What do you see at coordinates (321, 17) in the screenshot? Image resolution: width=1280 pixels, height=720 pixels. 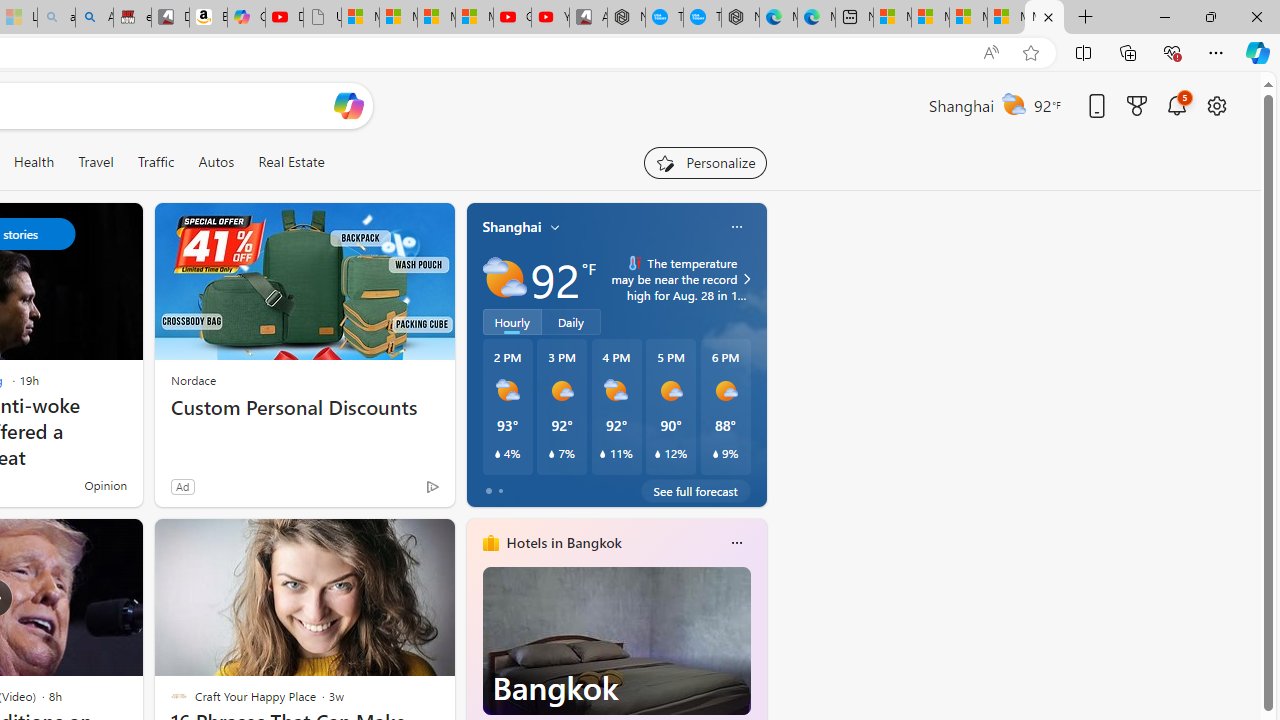 I see `'Untitled'` at bounding box center [321, 17].